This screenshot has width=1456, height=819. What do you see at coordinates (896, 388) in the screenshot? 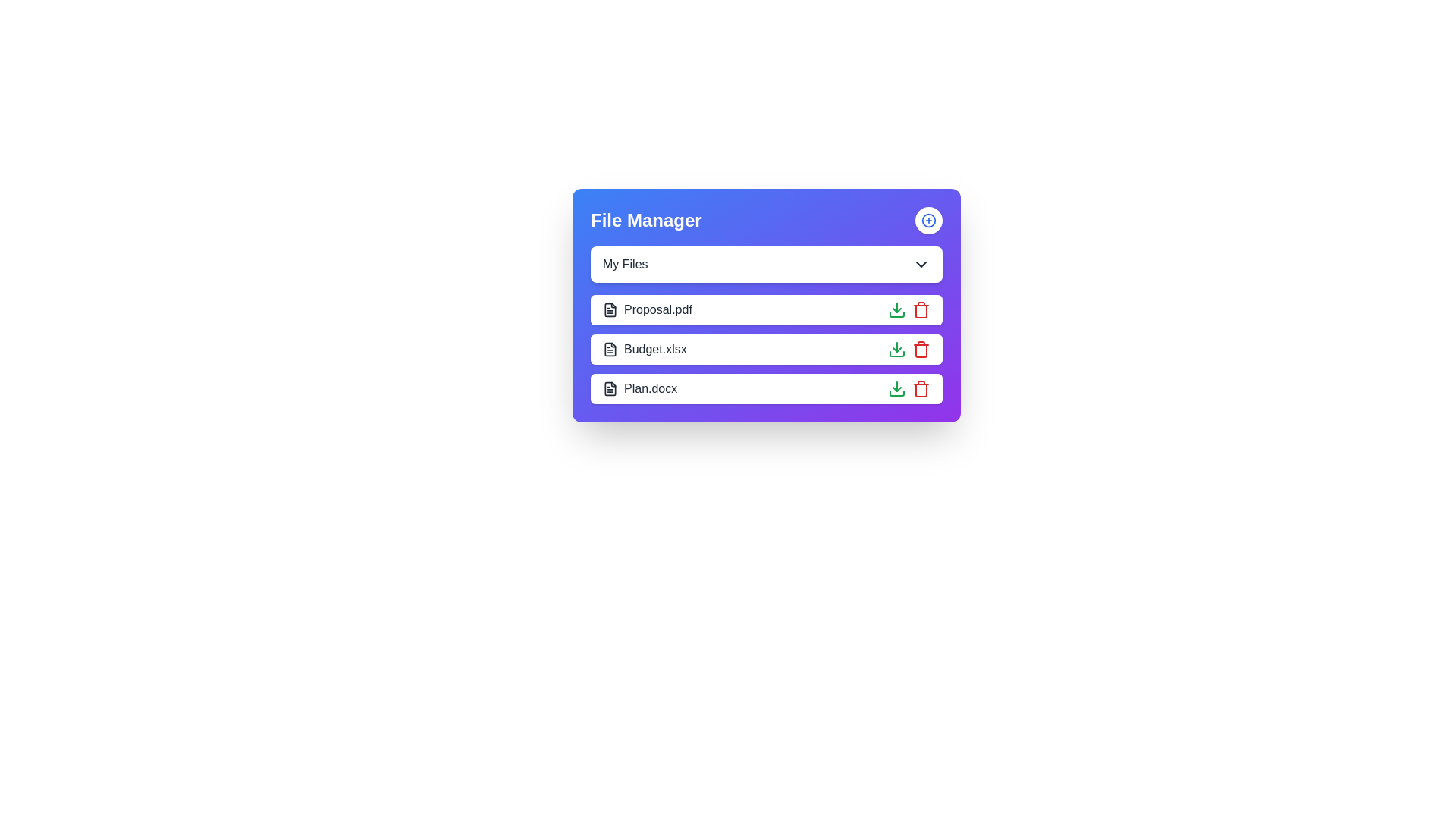
I see `the green downward-facing arrow icon button that represents a download action, located in the file management panel, next to 'Plan.docx'` at bounding box center [896, 388].